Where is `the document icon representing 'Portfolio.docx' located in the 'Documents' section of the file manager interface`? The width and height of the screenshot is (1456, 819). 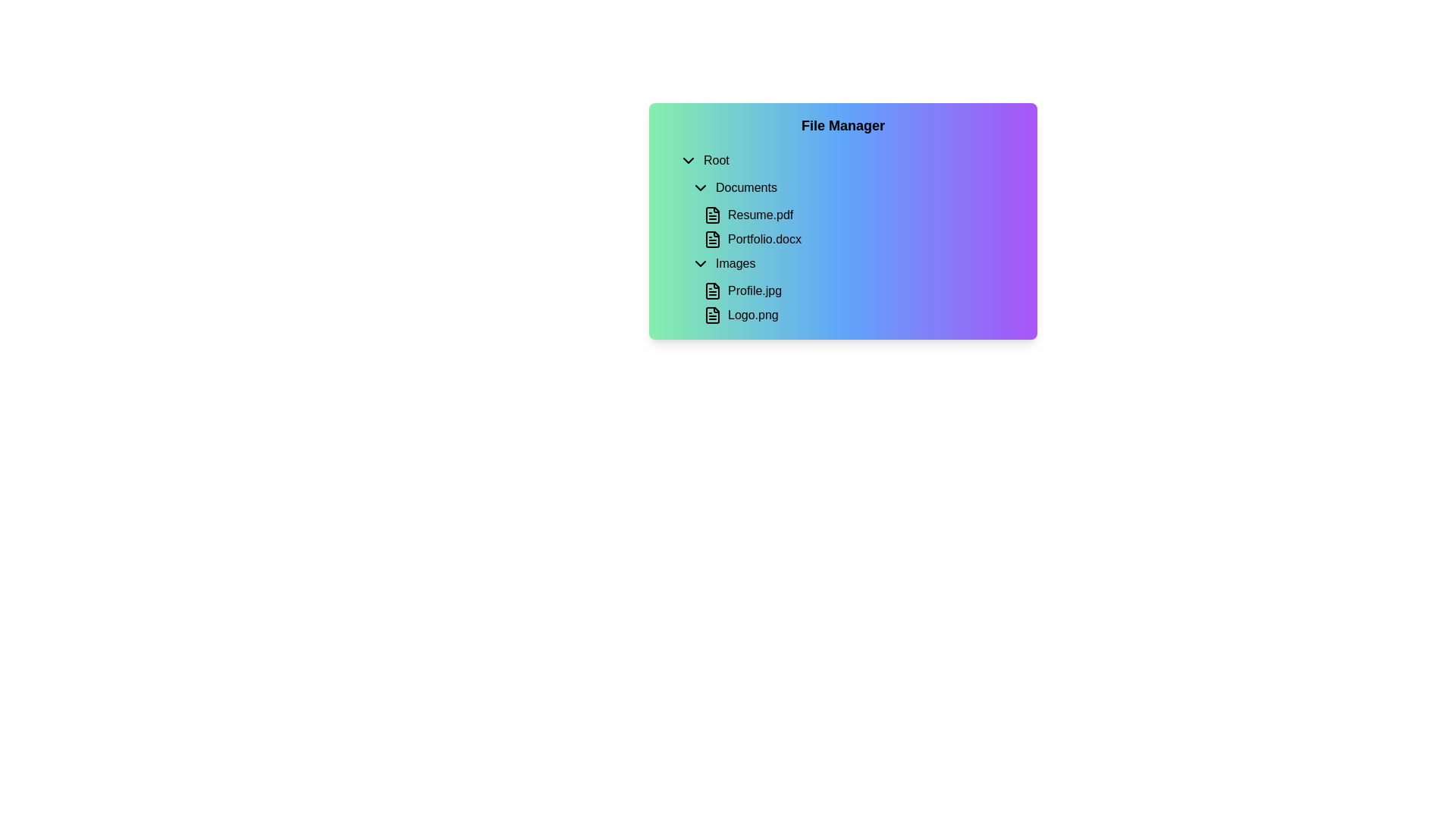 the document icon representing 'Portfolio.docx' located in the 'Documents' section of the file manager interface is located at coordinates (712, 239).